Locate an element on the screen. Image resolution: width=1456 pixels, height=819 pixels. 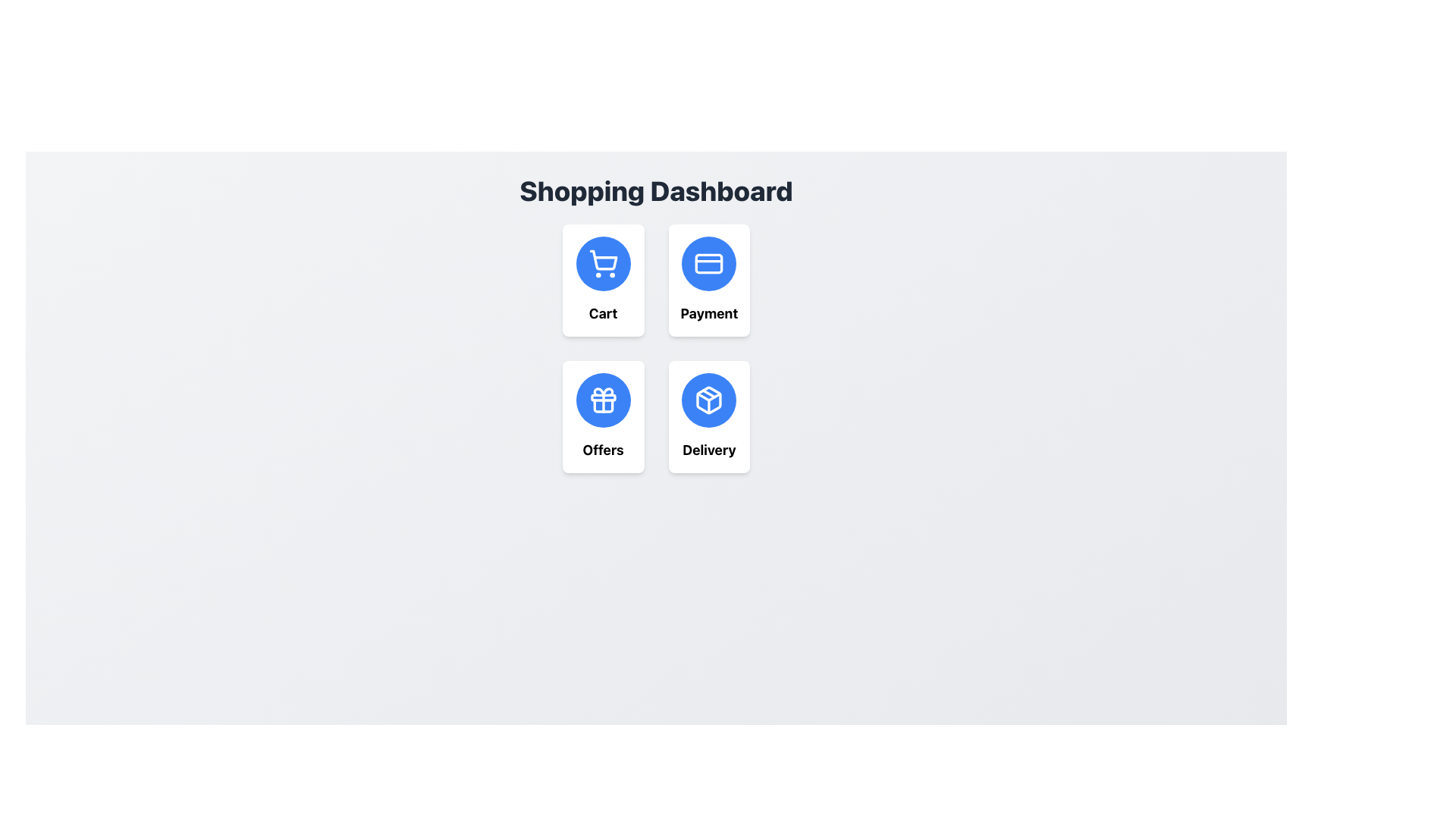
the 'Payment' Interactive Card in the dashboard is located at coordinates (708, 281).